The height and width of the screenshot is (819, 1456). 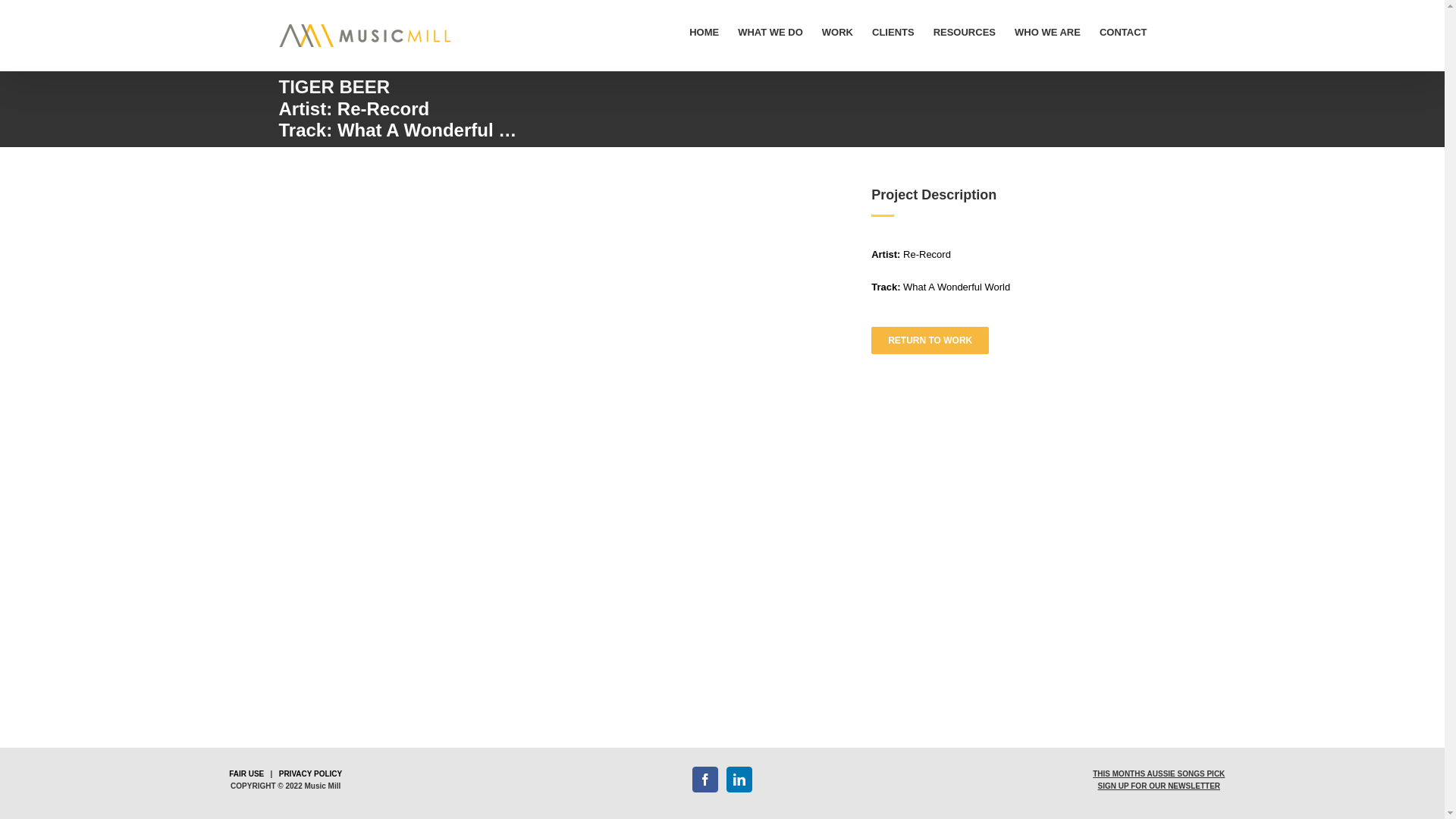 What do you see at coordinates (1157, 773) in the screenshot?
I see `'THIS MONTHS AUSSIE SONGS PICK'` at bounding box center [1157, 773].